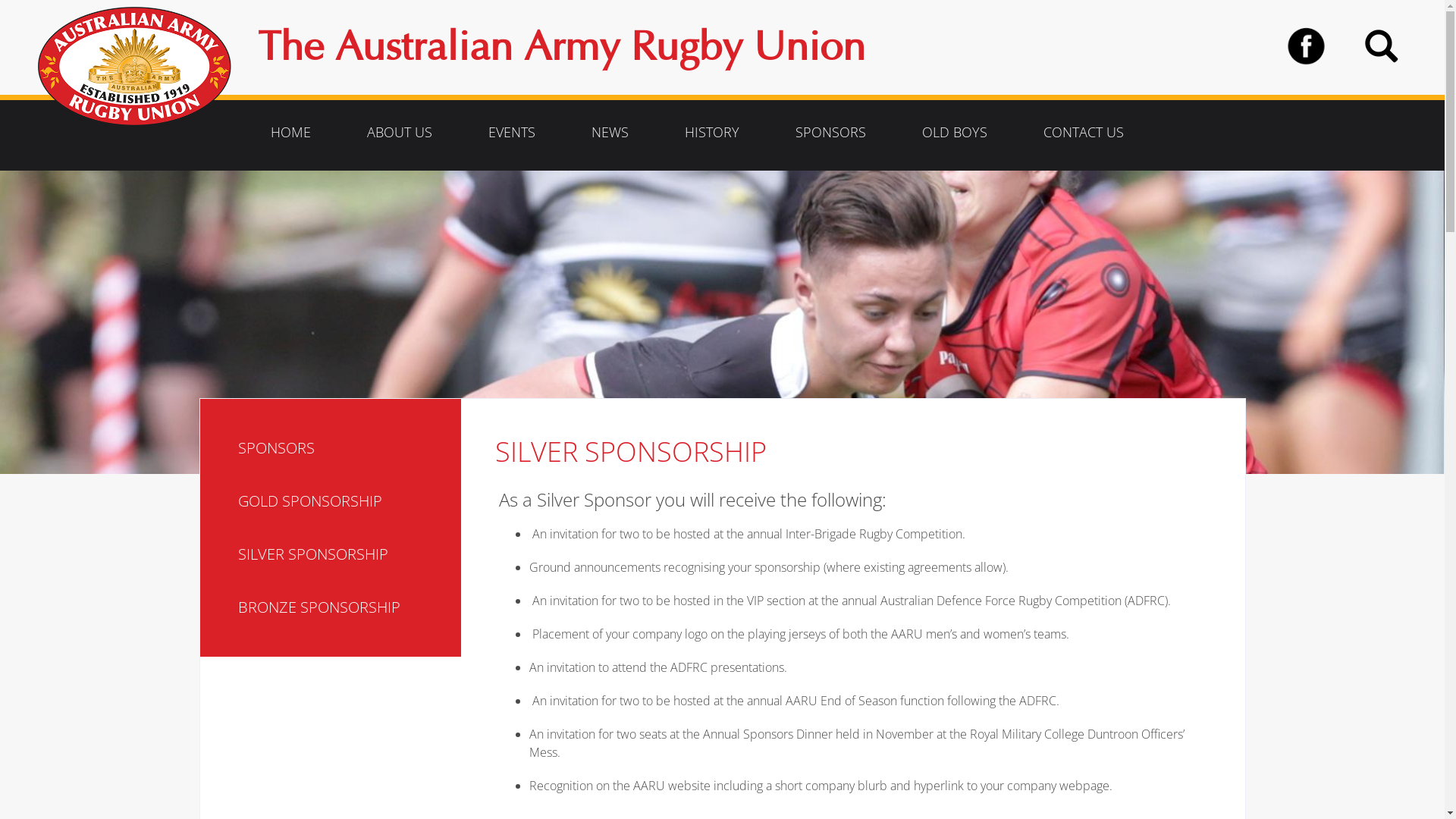 The image size is (1456, 819). Describe the element at coordinates (512, 130) in the screenshot. I see `'EVENTS'` at that location.